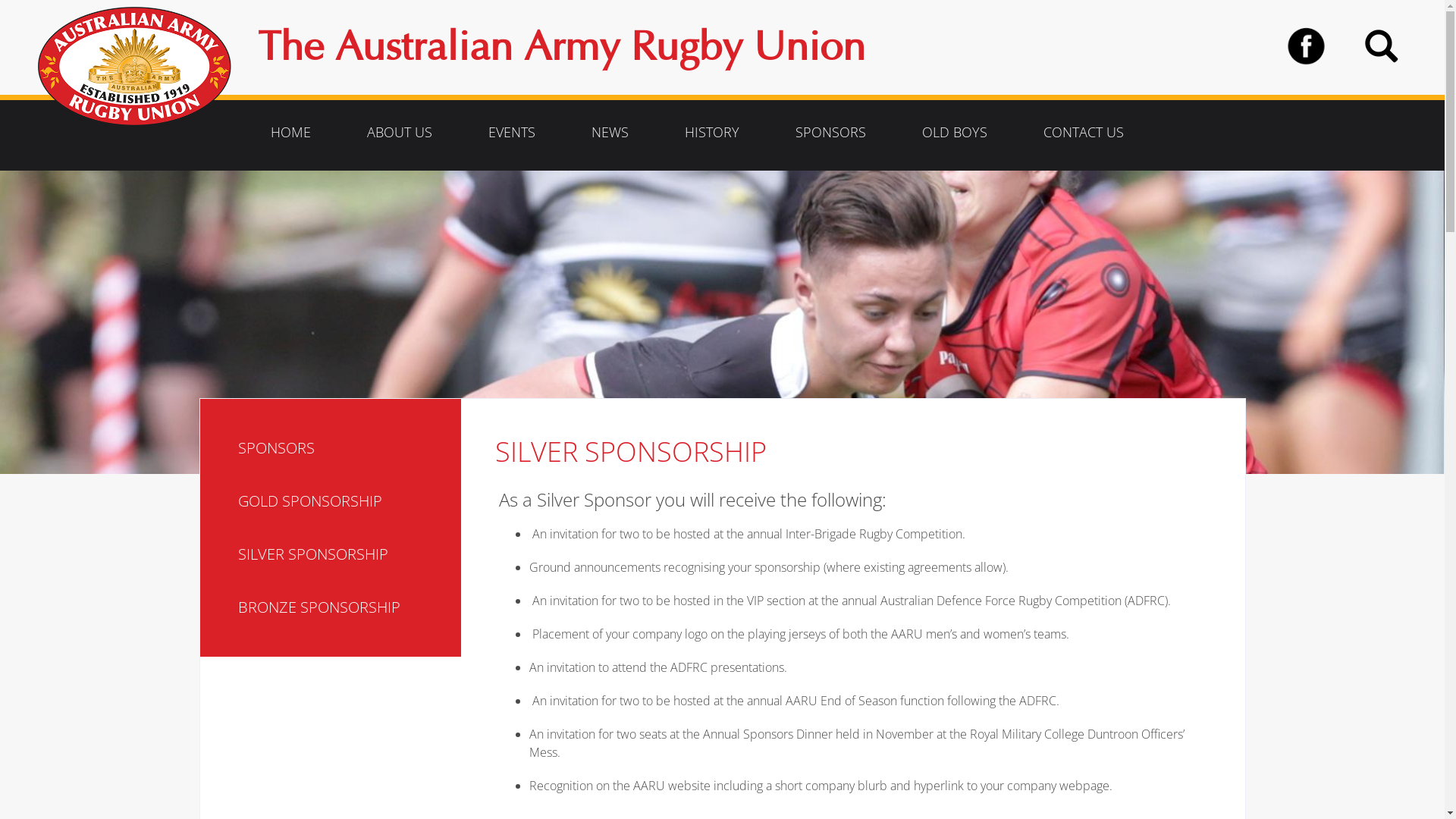 The image size is (1456, 819). Describe the element at coordinates (512, 130) in the screenshot. I see `'EVENTS'` at that location.